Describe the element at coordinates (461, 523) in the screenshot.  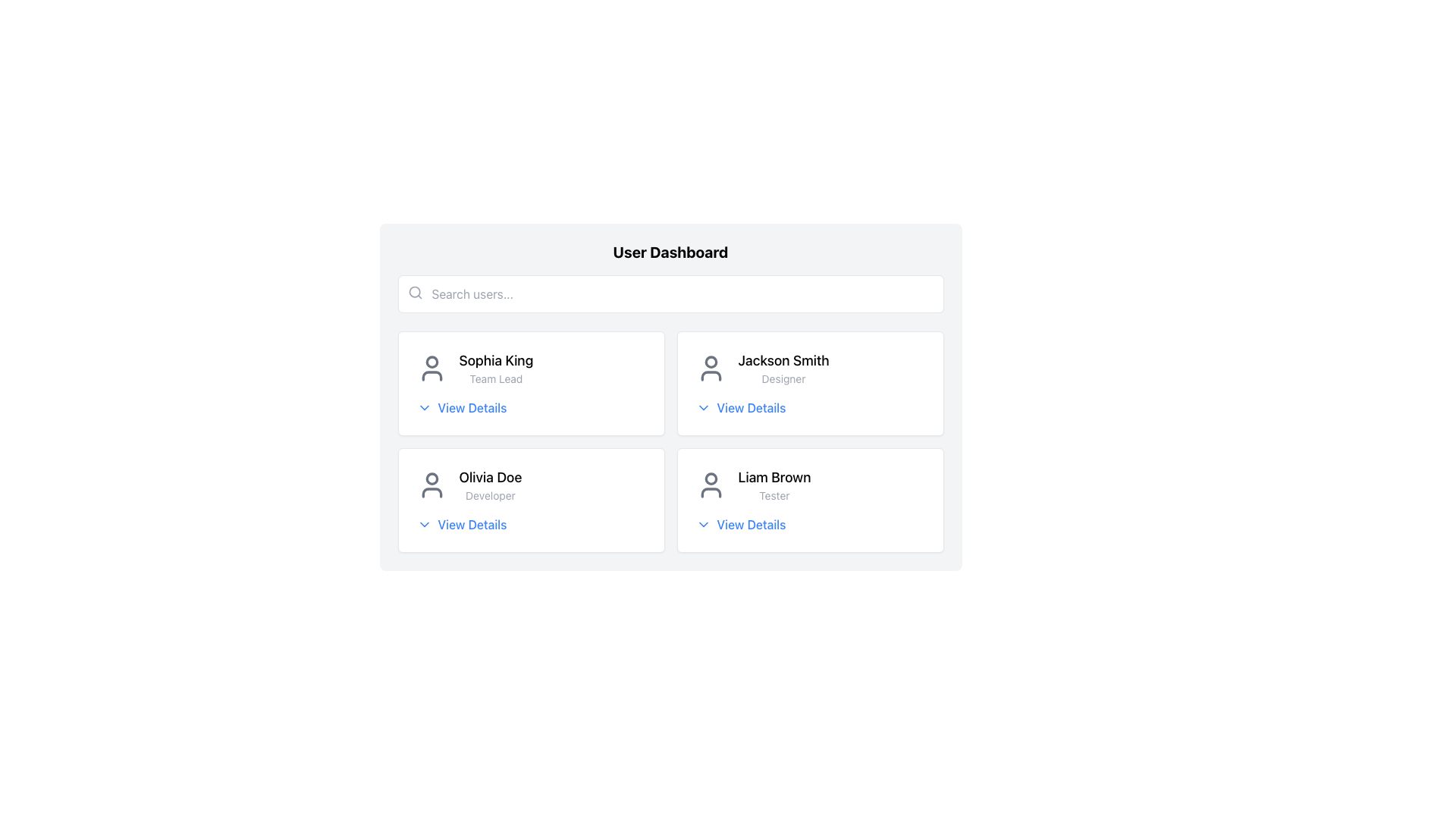
I see `the button located below the text 'Olivia Doe' and 'Developer' in the third user card from the left in the second row of the grid` at that location.